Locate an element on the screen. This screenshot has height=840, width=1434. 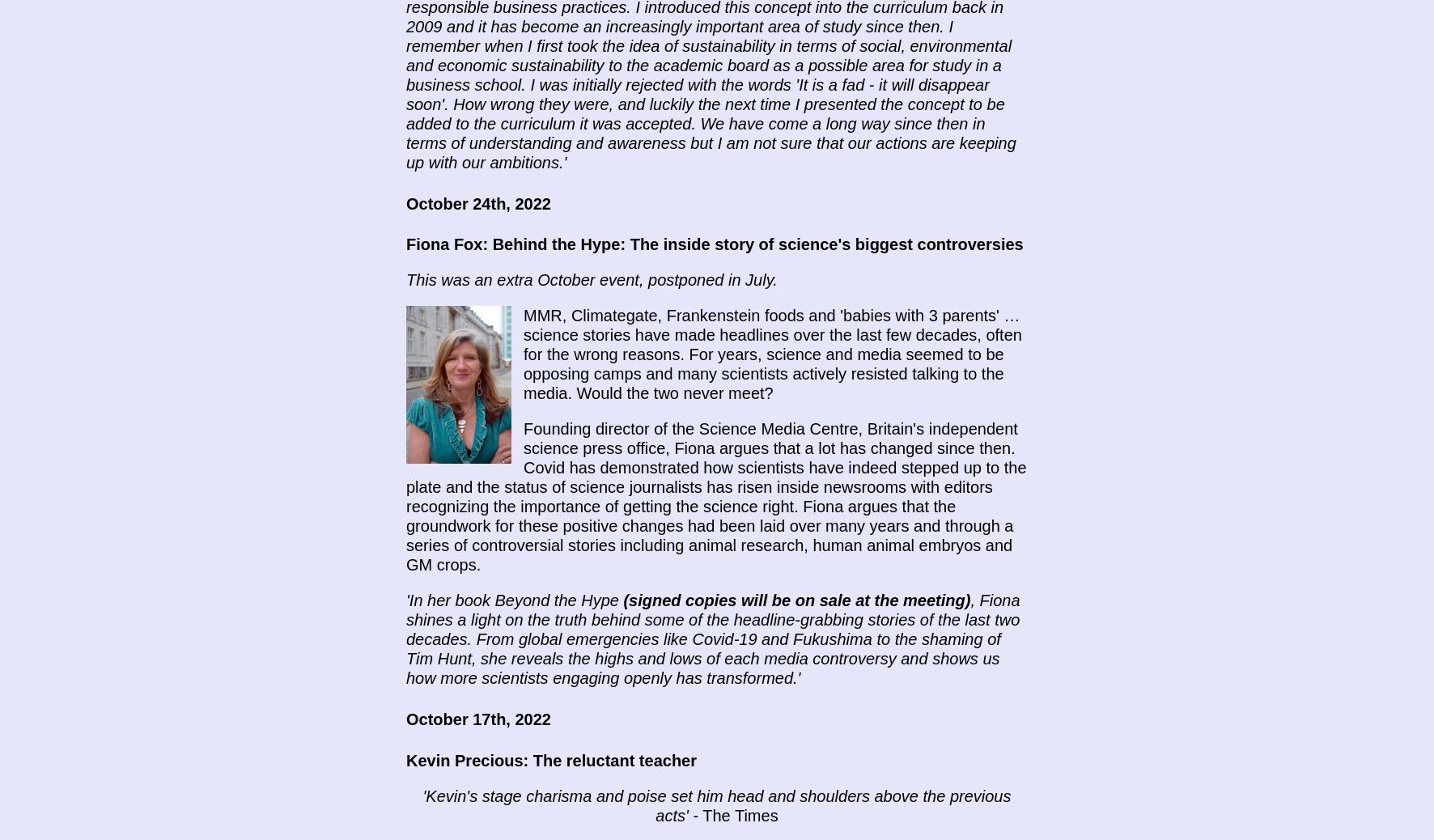
''Kevin's stage charisma and poise set him head and shoulders above the
previous acts'' is located at coordinates (716, 805).